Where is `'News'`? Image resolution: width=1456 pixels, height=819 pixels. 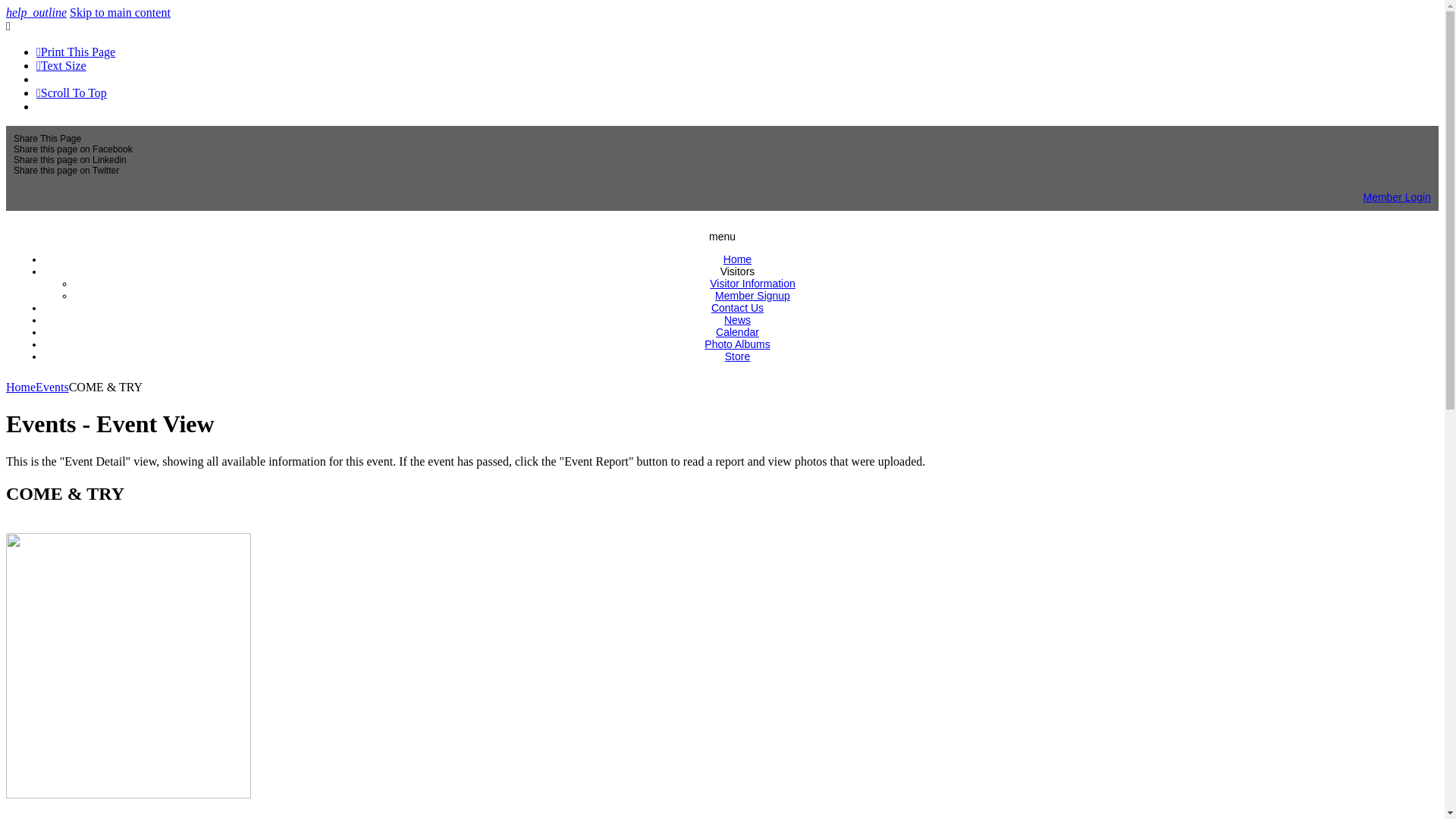 'News' is located at coordinates (737, 318).